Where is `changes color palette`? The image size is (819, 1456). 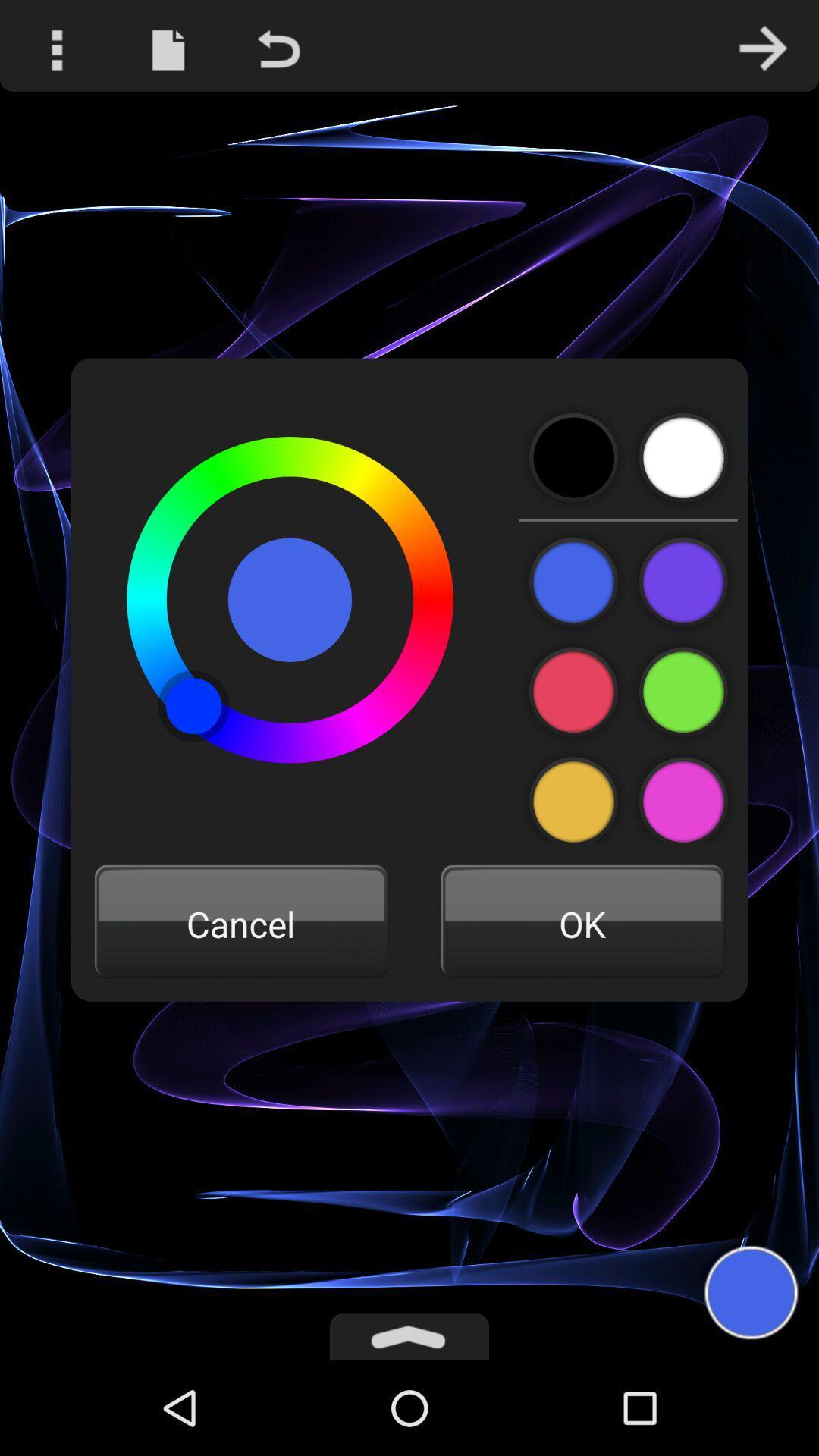 changes color palette is located at coordinates (683, 794).